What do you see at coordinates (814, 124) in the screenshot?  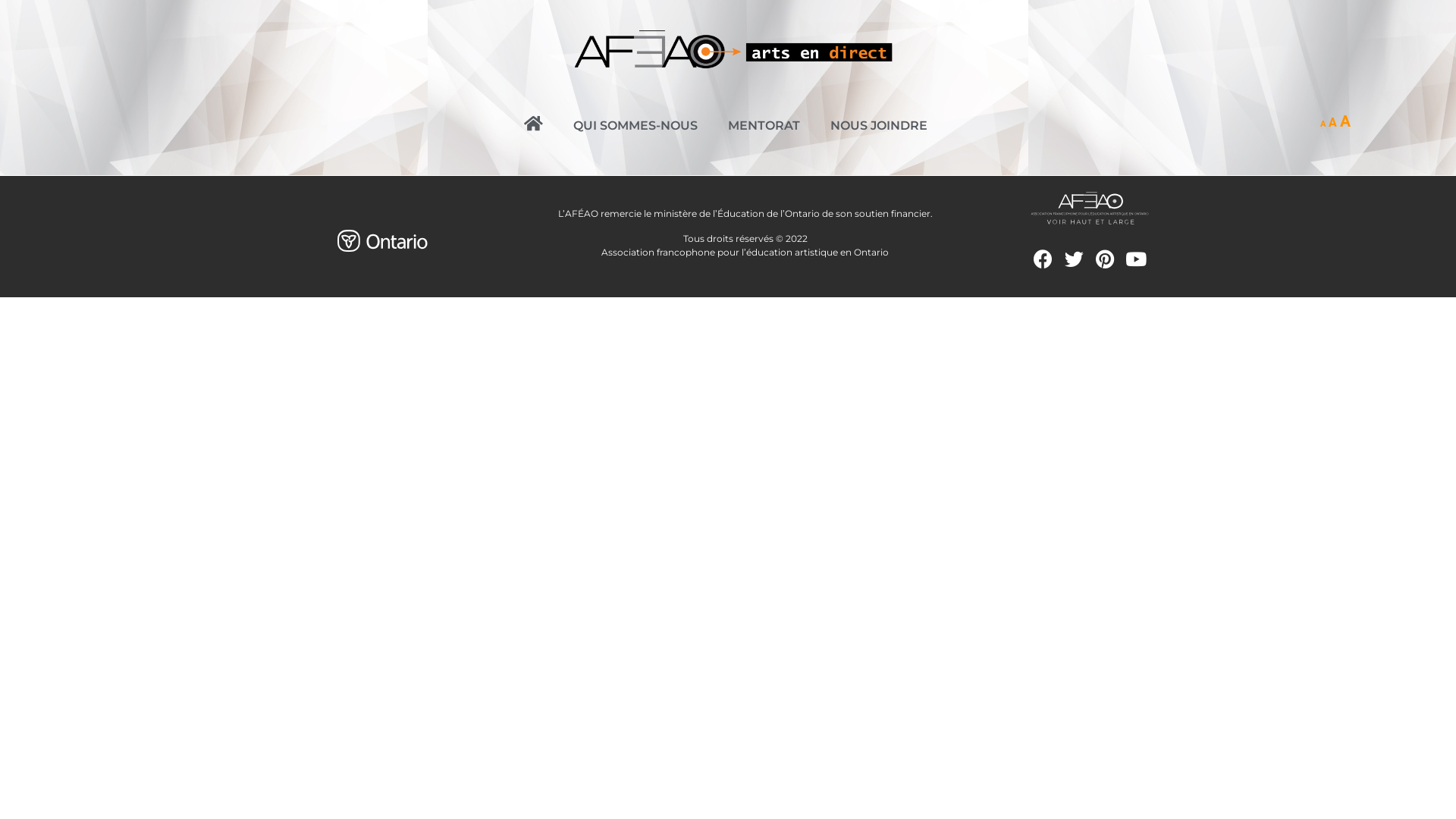 I see `'NOUS JOINDRE'` at bounding box center [814, 124].